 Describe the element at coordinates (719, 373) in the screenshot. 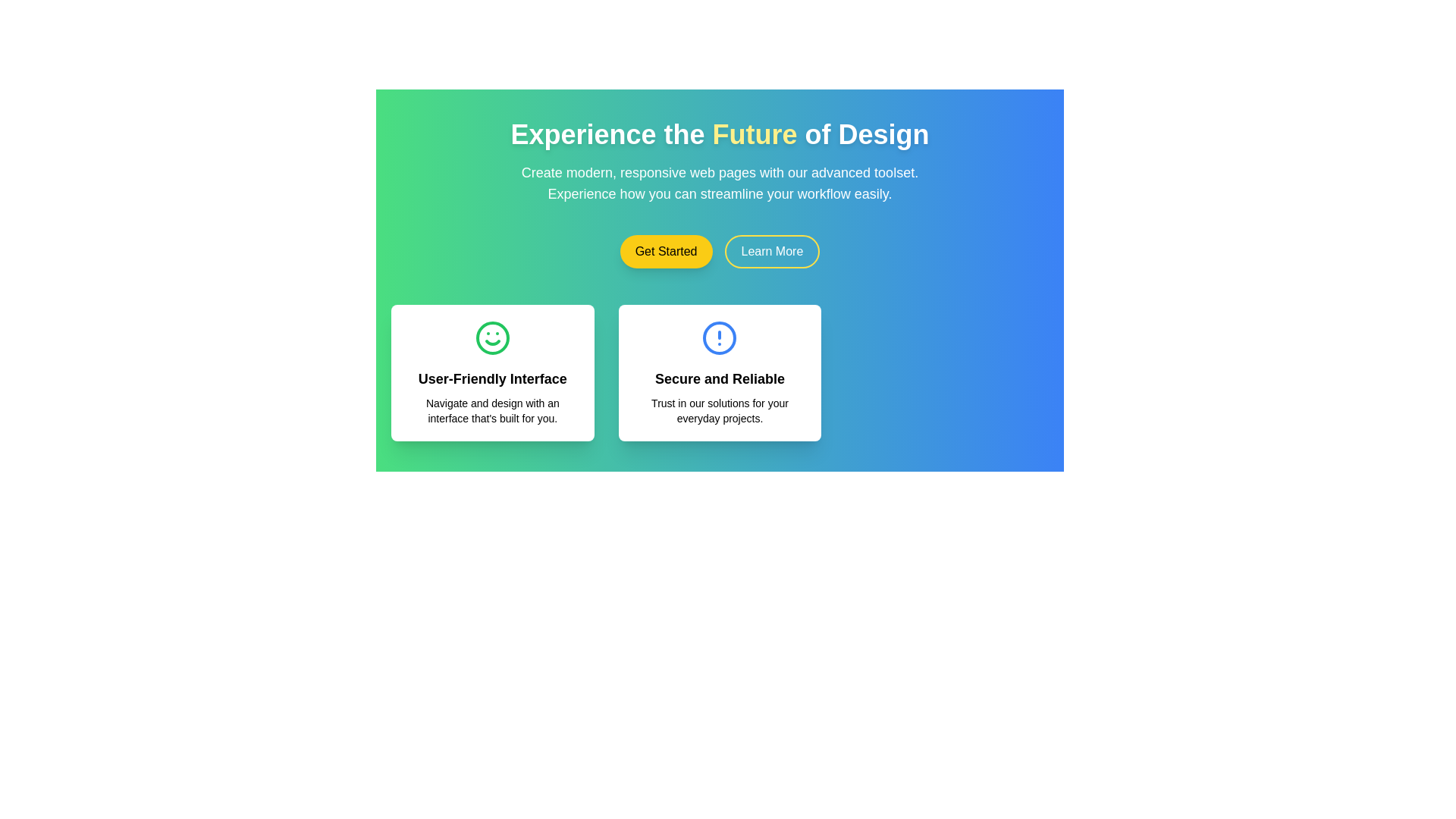

I see `the Informative Card with the title 'Secure and Reliable', which is the second card in a row of three, featuring a blue circular icon with an exclamation mark and a white background` at that location.